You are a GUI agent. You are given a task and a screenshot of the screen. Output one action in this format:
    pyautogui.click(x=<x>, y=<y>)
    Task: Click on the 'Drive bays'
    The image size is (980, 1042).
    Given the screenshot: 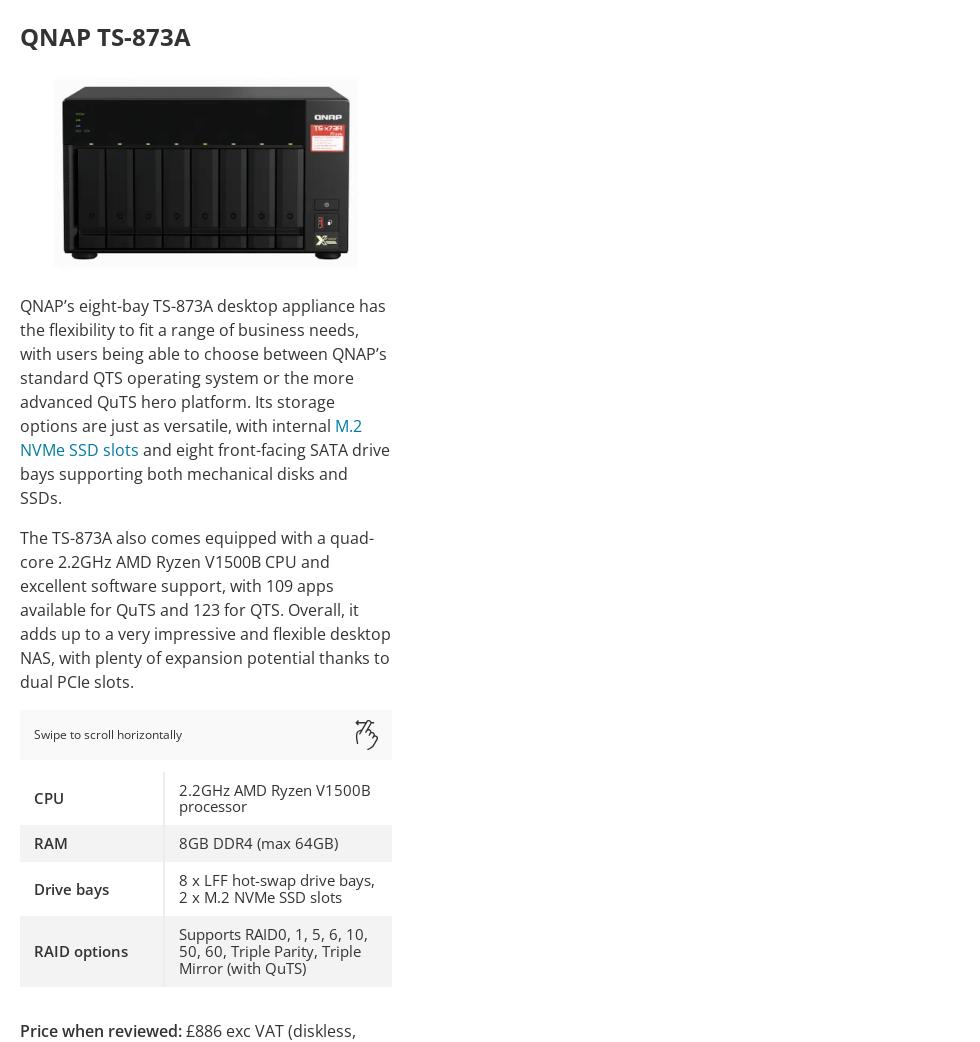 What is the action you would take?
    pyautogui.click(x=71, y=886)
    